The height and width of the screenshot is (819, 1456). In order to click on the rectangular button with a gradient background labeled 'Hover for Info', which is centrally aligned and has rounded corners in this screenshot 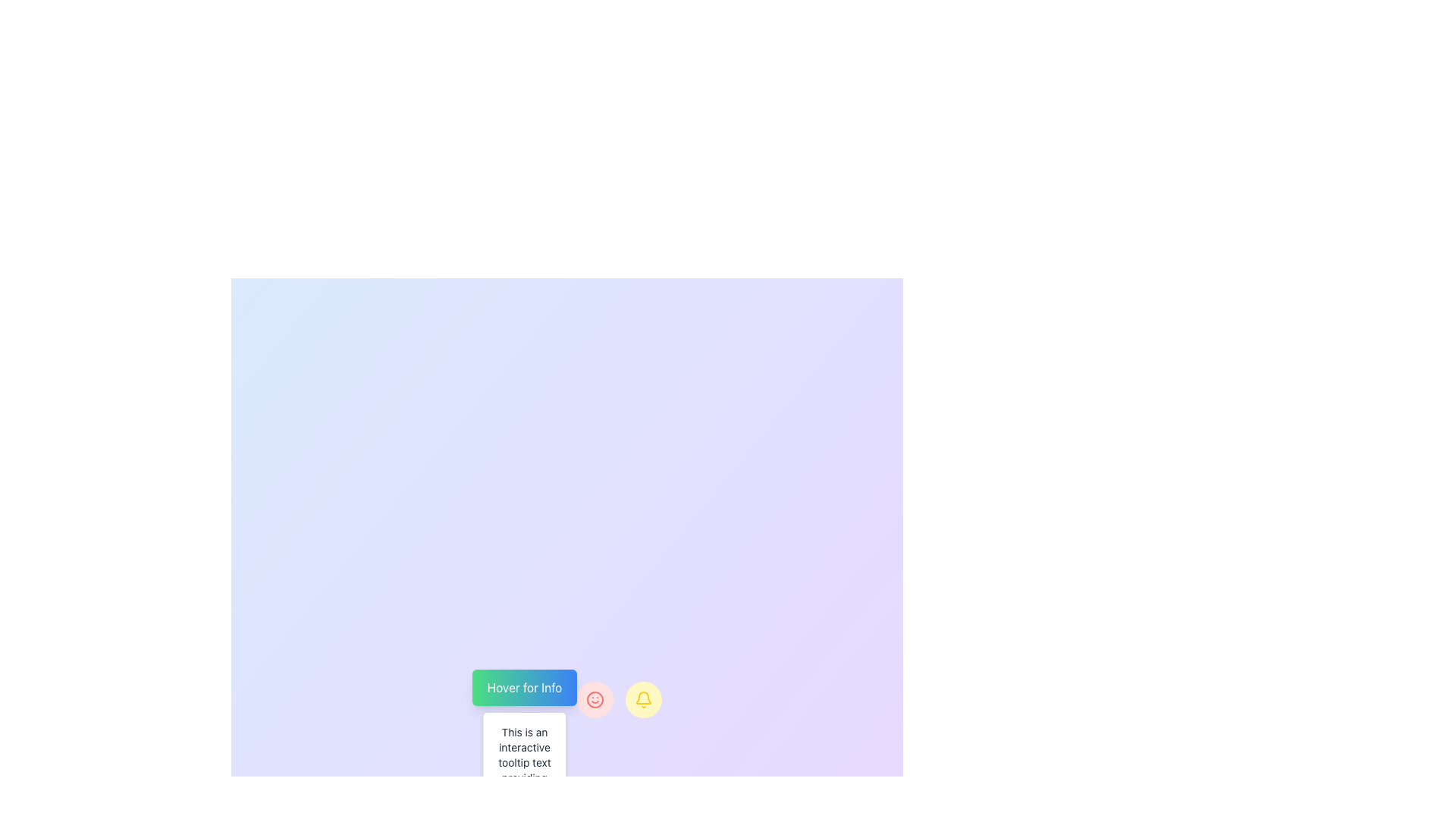, I will do `click(524, 687)`.